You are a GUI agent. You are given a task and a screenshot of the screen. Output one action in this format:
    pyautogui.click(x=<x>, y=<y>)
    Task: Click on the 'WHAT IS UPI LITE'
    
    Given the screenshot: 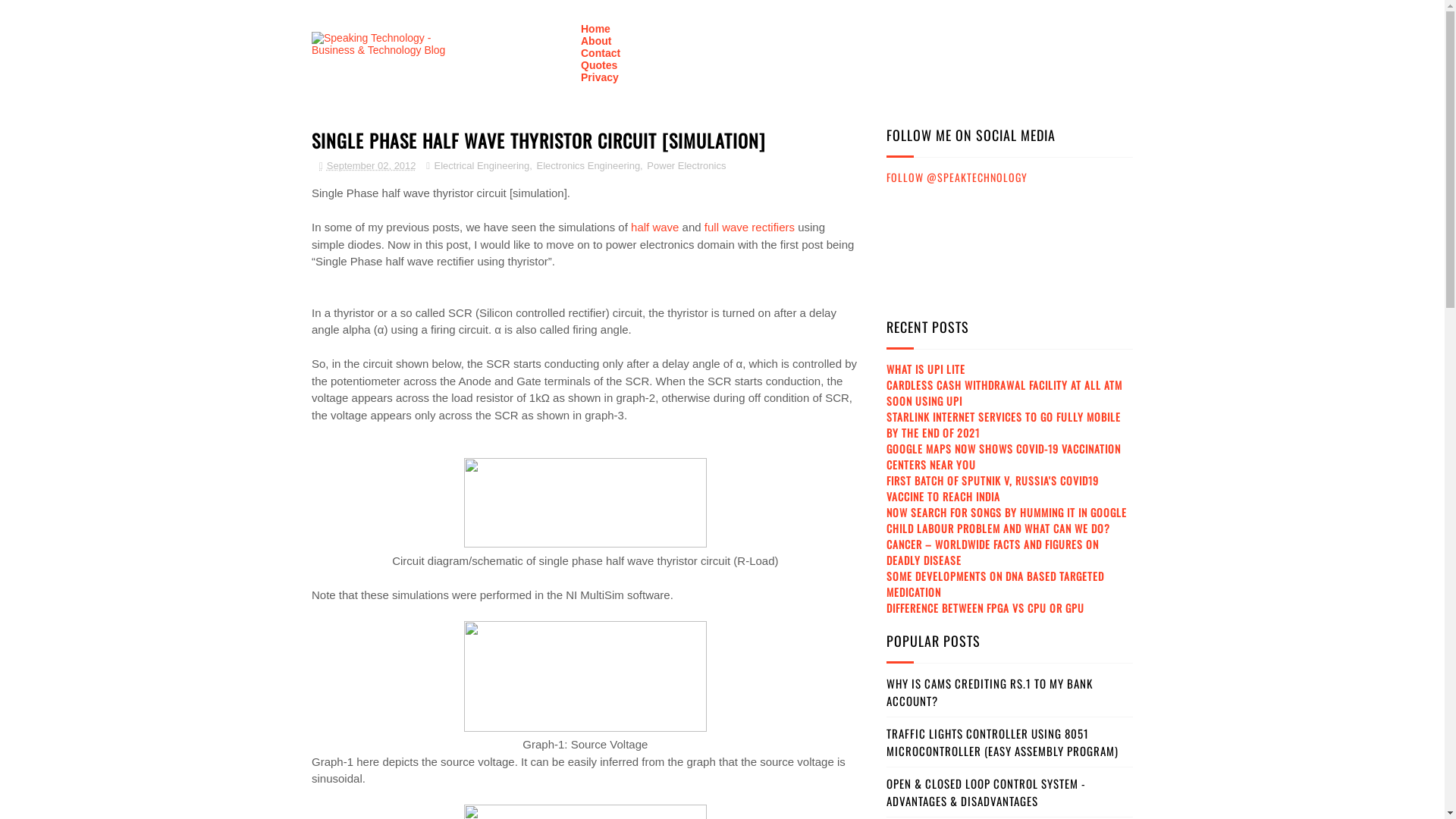 What is the action you would take?
    pyautogui.click(x=924, y=369)
    